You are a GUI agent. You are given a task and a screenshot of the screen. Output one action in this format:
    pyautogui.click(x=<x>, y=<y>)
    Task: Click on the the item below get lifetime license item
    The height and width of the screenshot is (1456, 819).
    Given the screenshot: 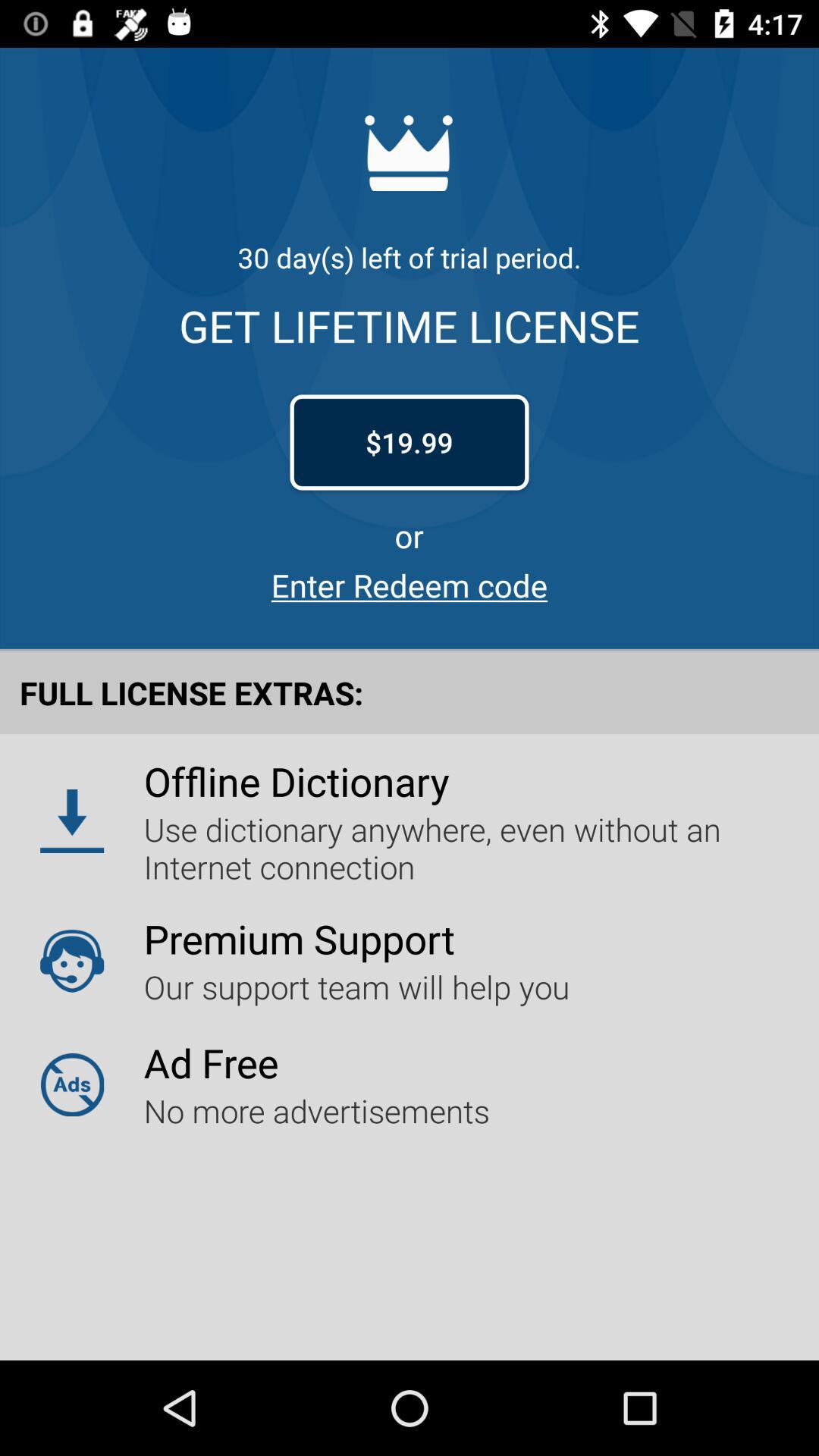 What is the action you would take?
    pyautogui.click(x=409, y=441)
    